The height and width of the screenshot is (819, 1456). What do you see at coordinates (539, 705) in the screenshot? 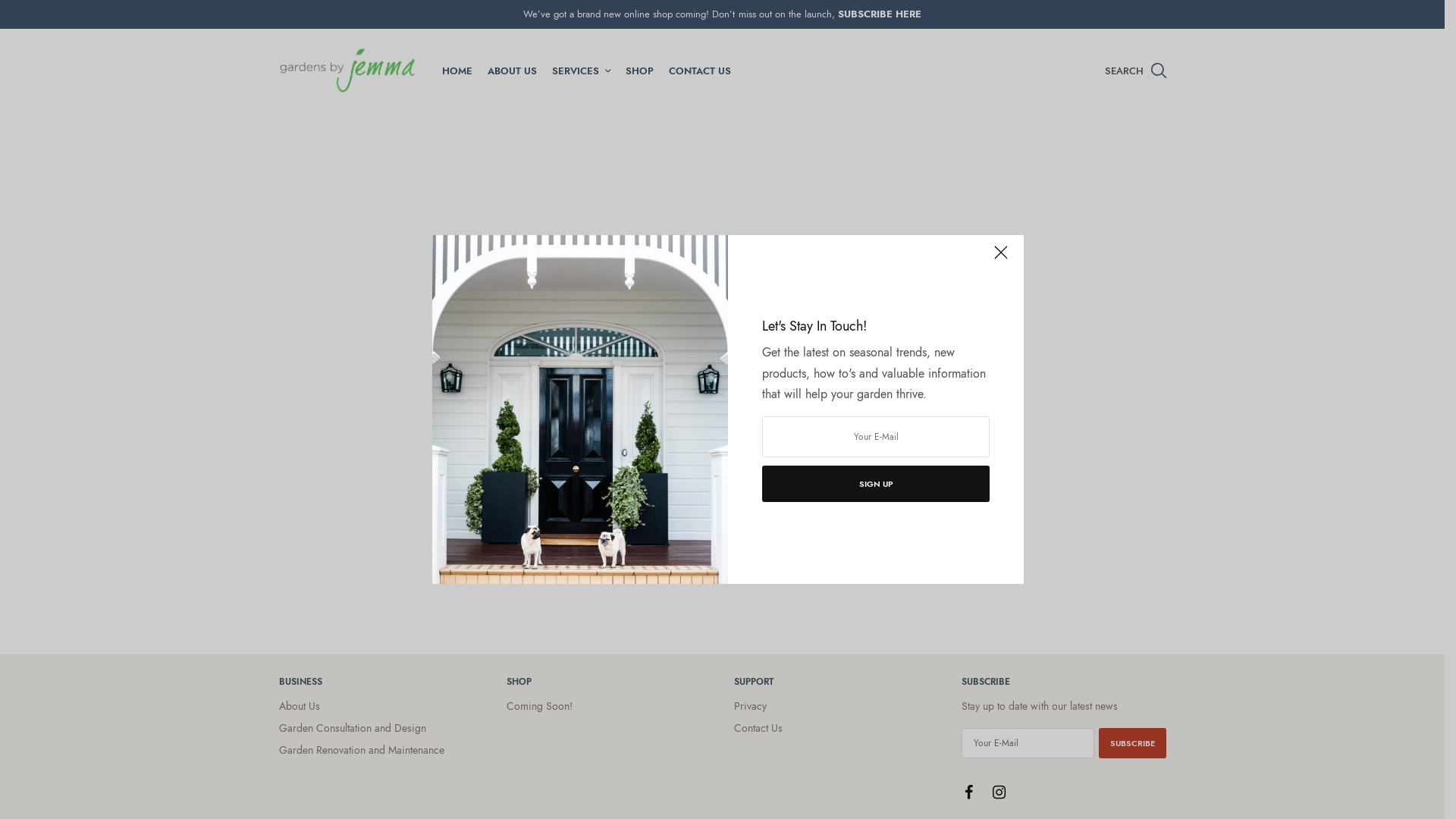
I see `'Coming Soon!'` at bounding box center [539, 705].